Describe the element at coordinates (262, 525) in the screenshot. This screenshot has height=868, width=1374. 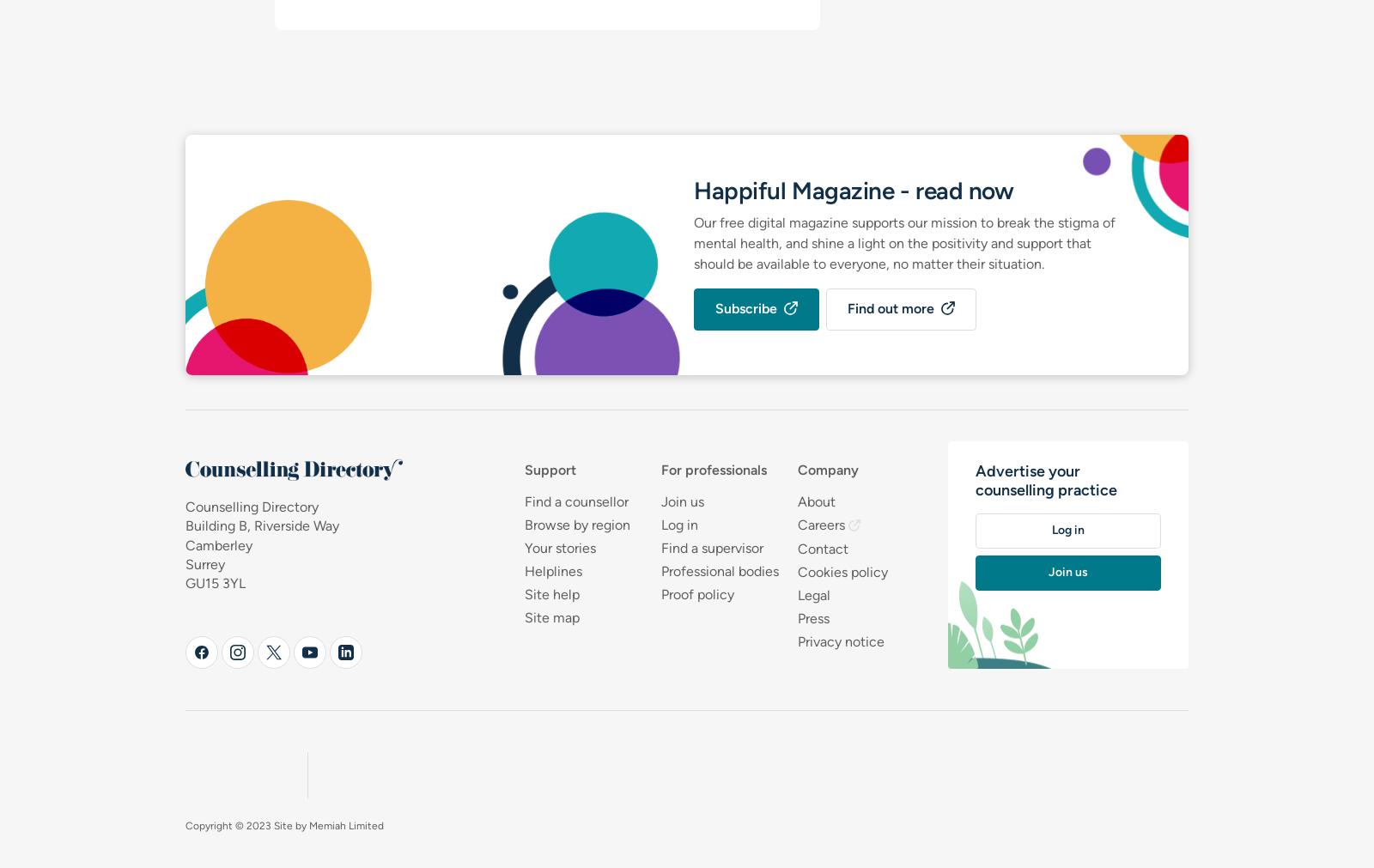
I see `'Building B, Riverside Way'` at that location.